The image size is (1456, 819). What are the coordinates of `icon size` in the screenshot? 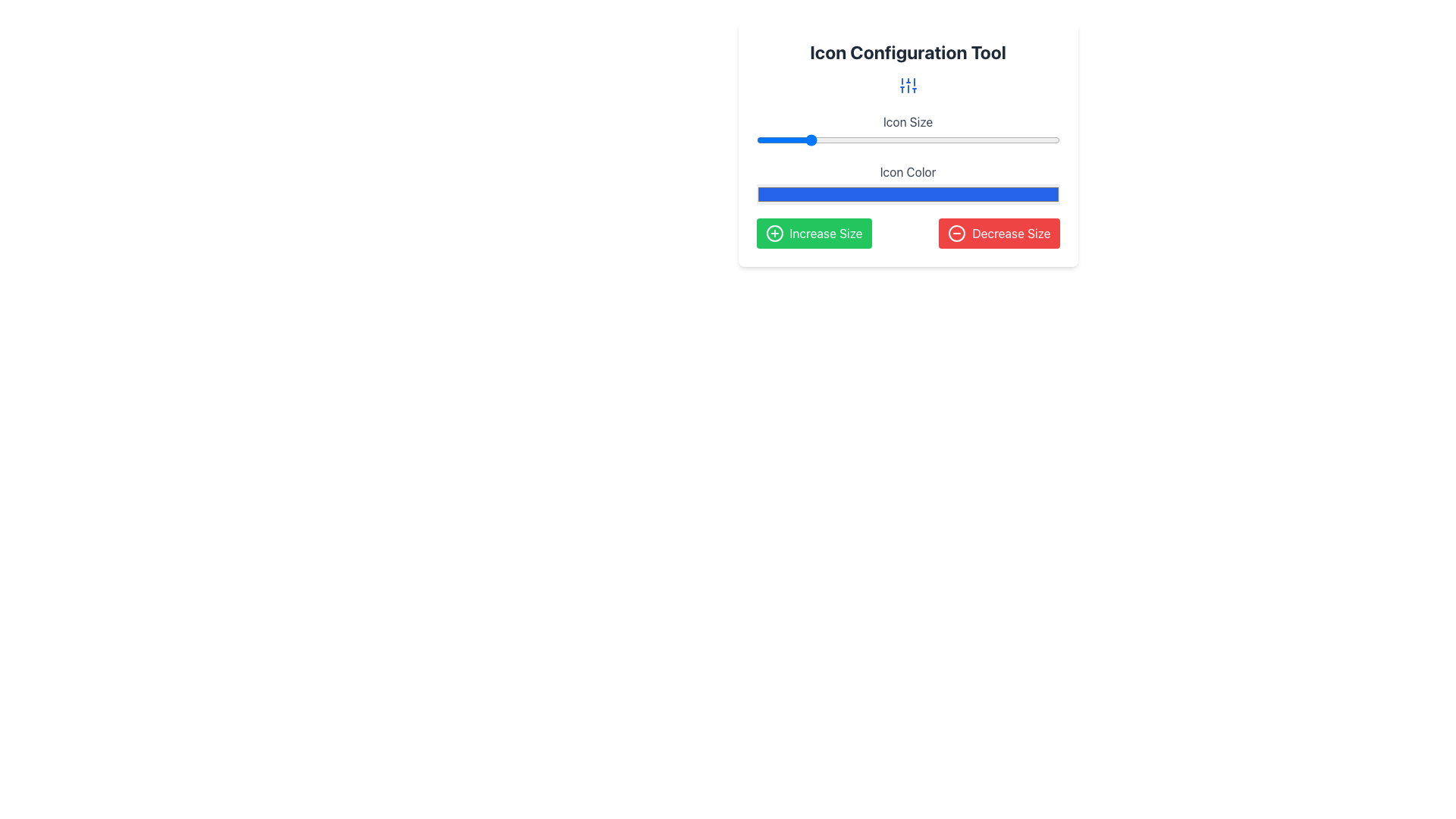 It's located at (902, 140).